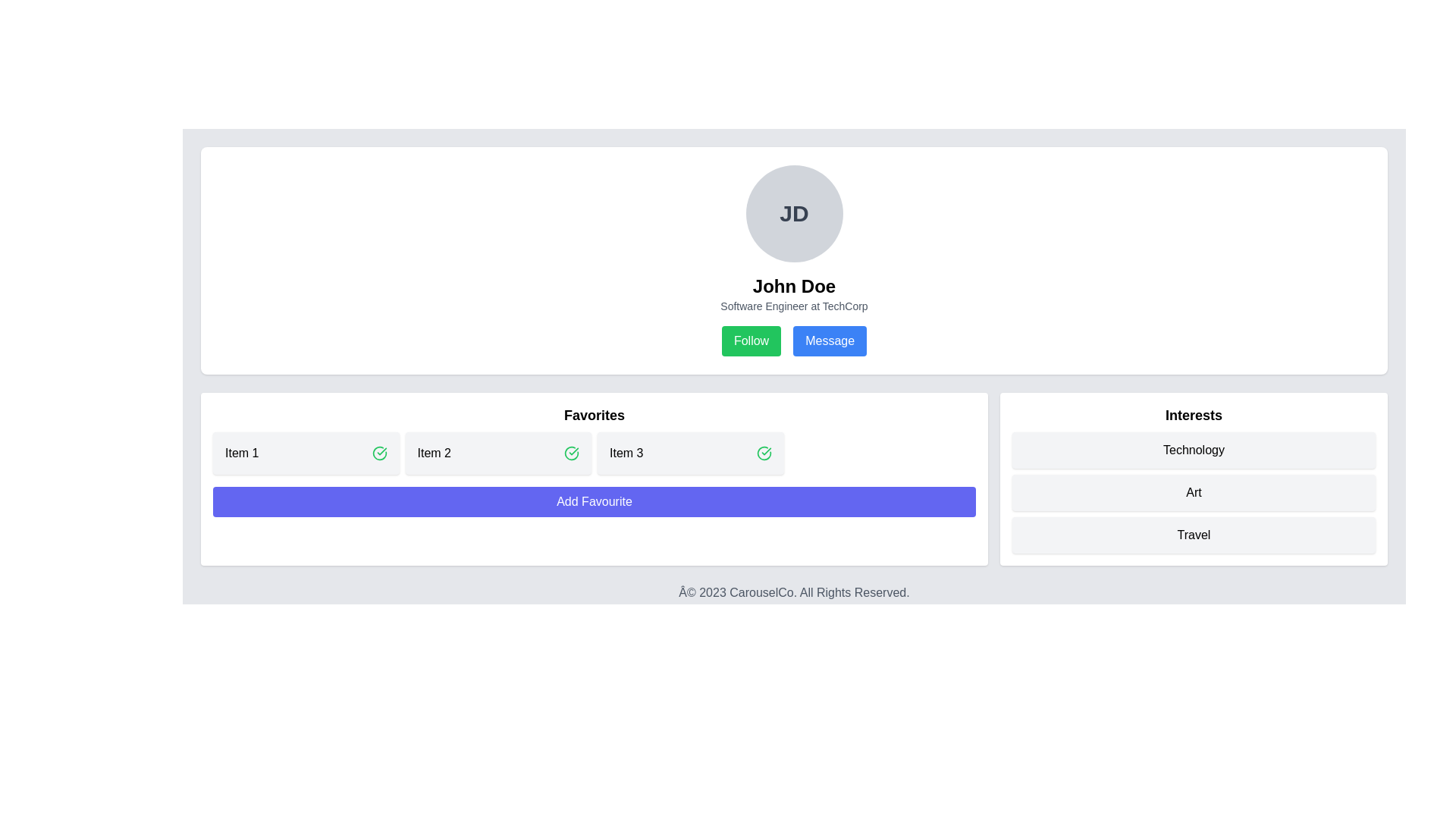  What do you see at coordinates (793, 306) in the screenshot?
I see `the Text label that provides additional descriptive information about the user's professional role and affiliated organization, located directly beneath the user's name 'John Doe'` at bounding box center [793, 306].